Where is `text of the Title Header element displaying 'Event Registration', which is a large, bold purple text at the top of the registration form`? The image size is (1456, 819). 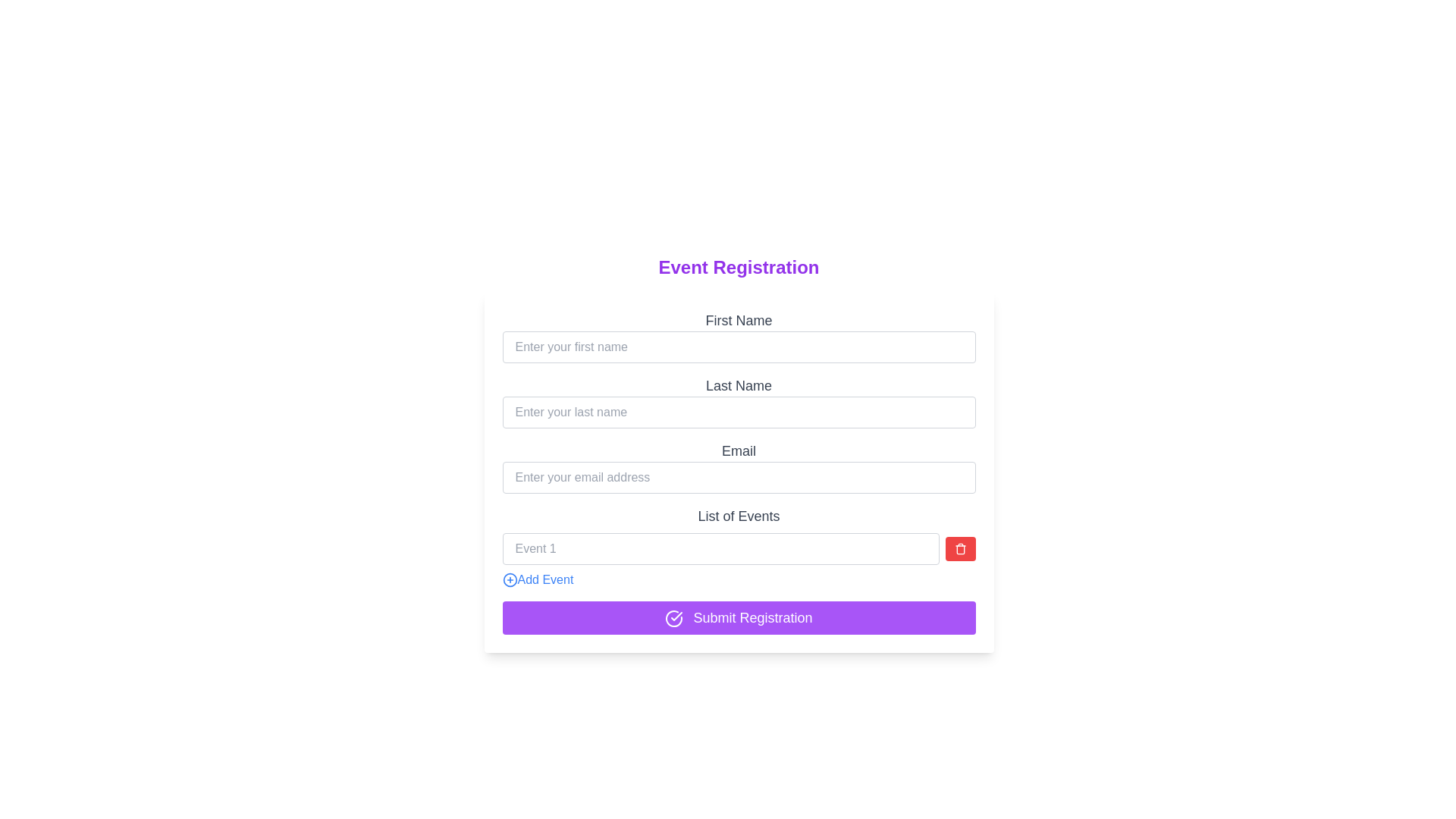 text of the Title Header element displaying 'Event Registration', which is a large, bold purple text at the top of the registration form is located at coordinates (739, 267).